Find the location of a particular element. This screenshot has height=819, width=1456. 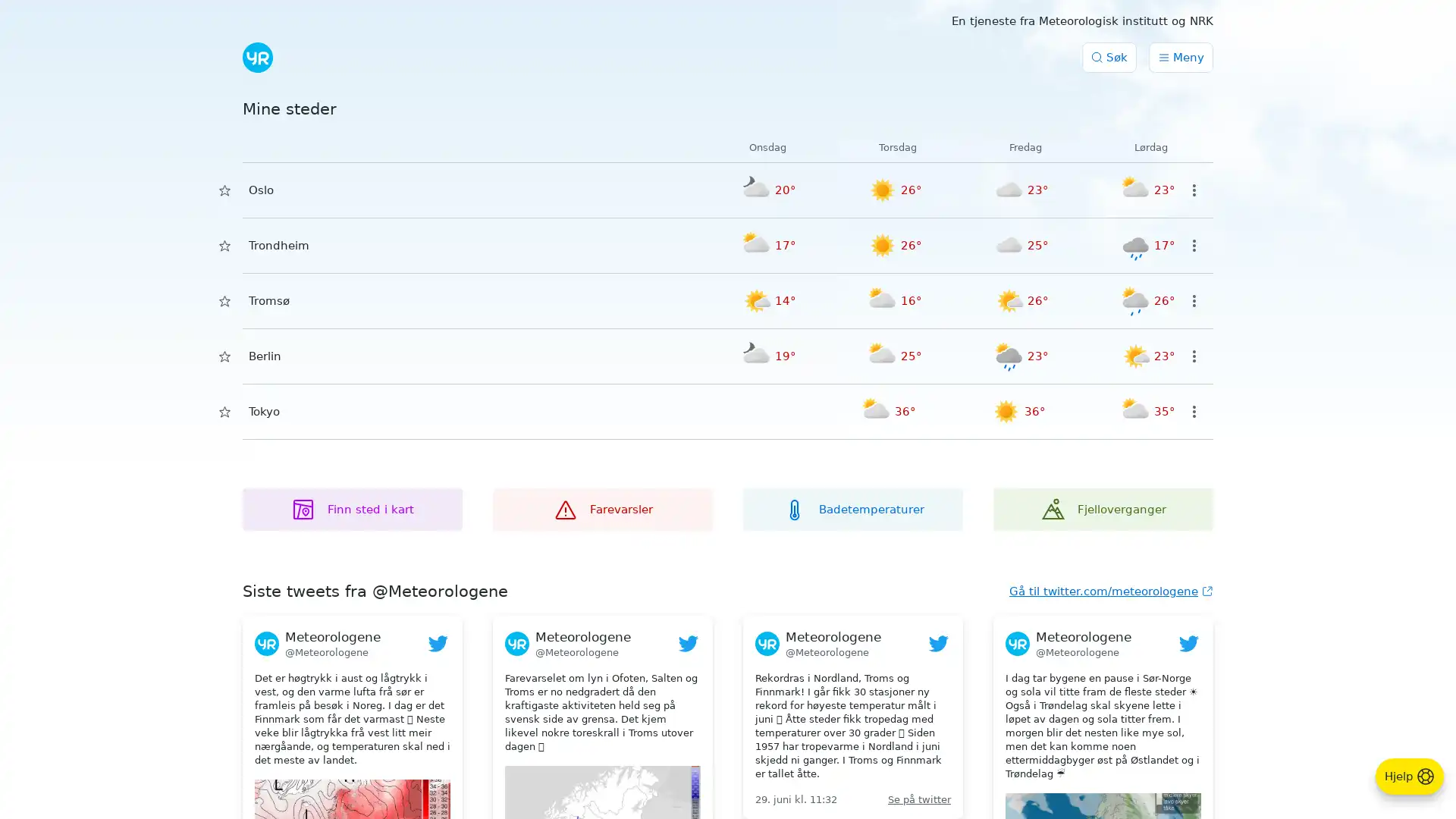

Valg for sted is located at coordinates (1193, 245).